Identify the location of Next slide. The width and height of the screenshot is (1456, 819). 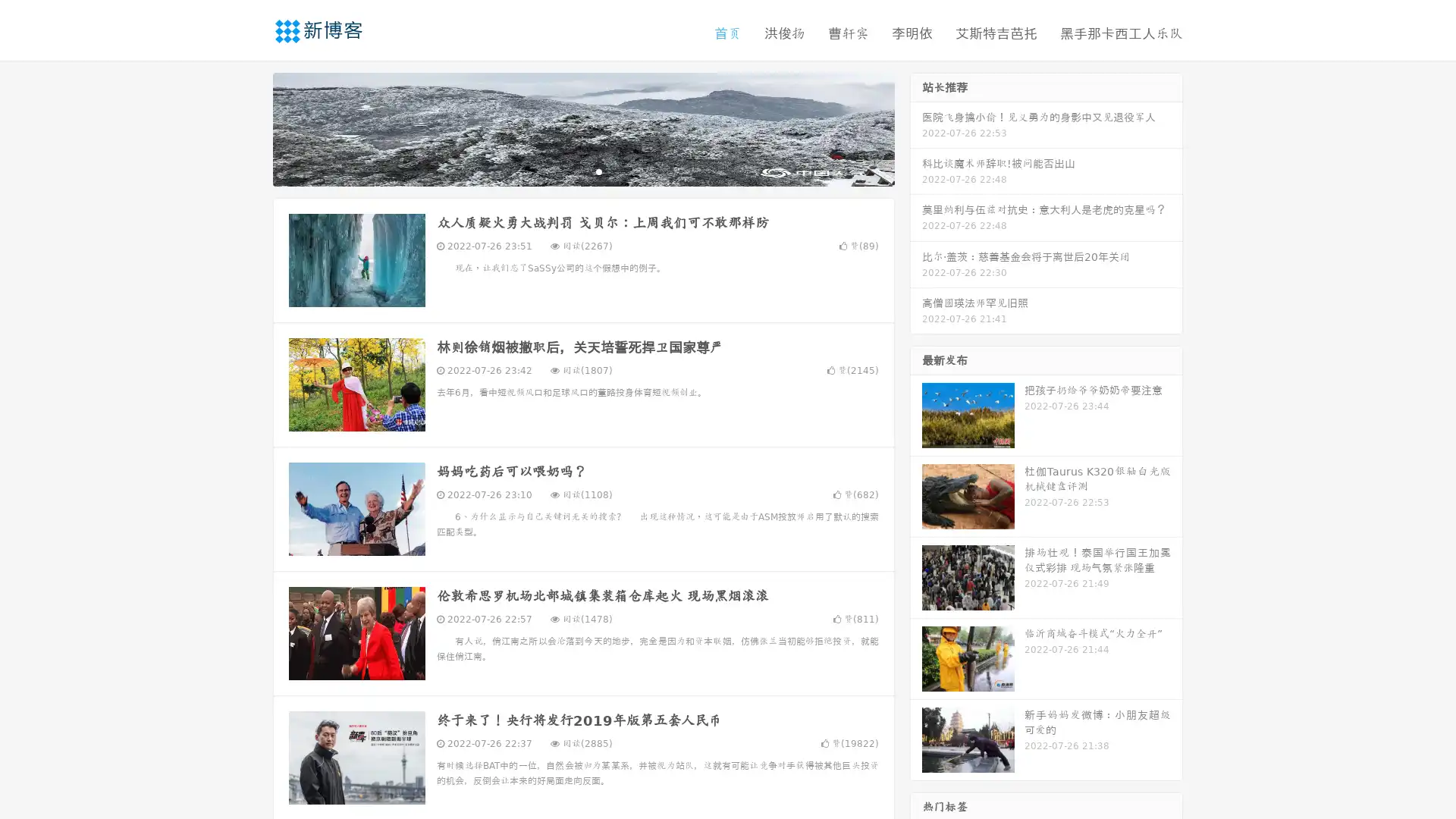
(916, 127).